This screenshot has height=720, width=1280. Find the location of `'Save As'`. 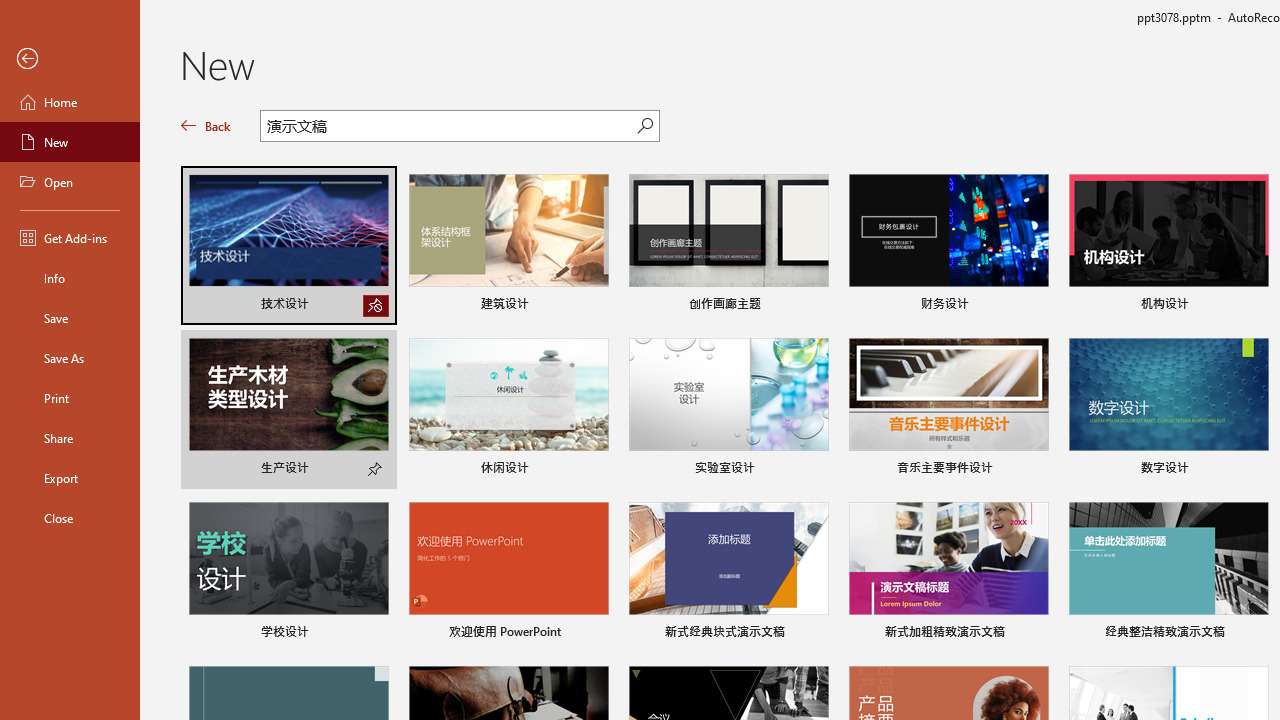

'Save As' is located at coordinates (69, 356).